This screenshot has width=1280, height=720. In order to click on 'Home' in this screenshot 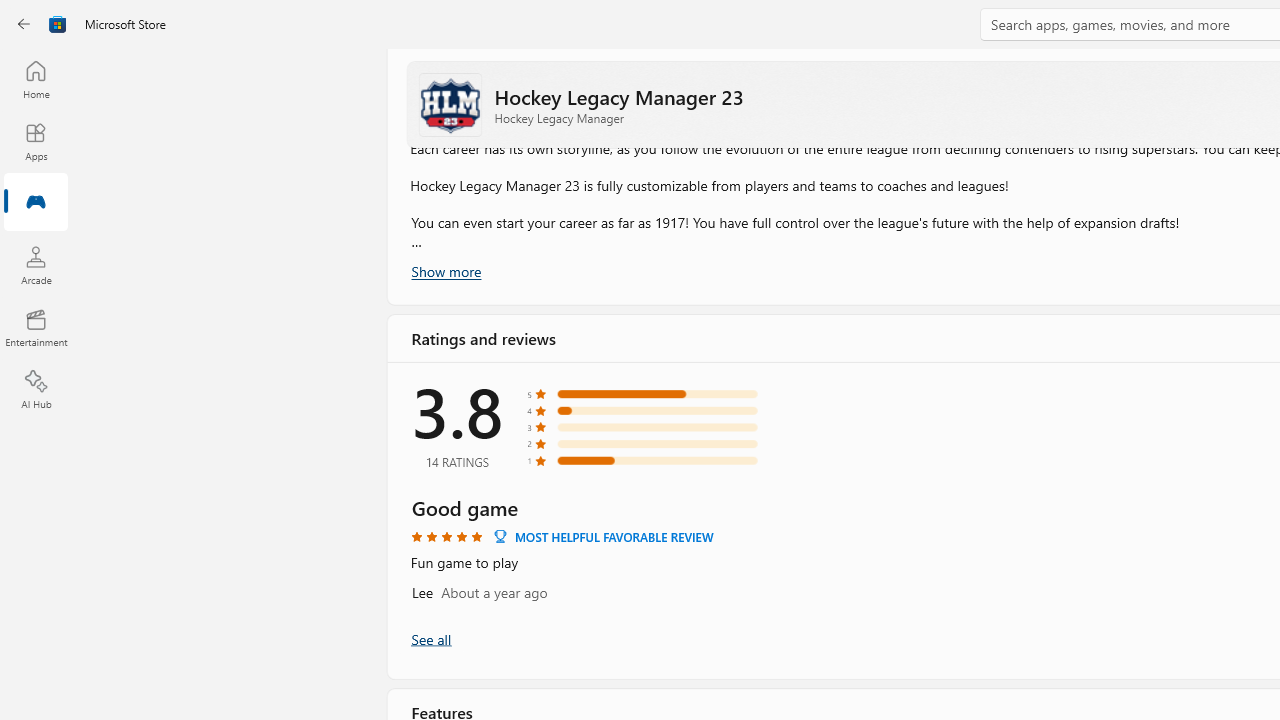, I will do `click(35, 78)`.